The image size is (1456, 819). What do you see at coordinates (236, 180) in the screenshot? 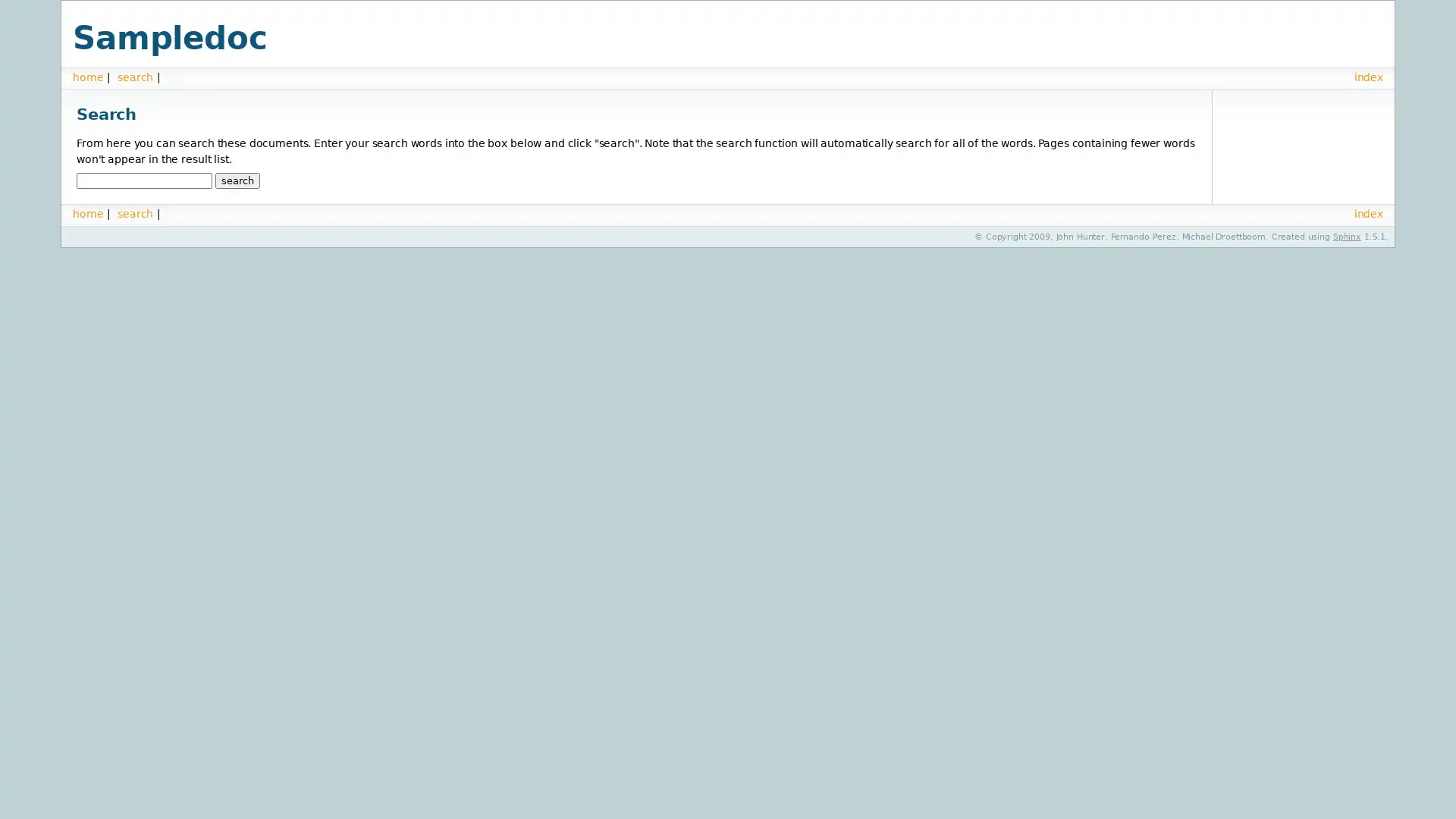
I see `search` at bounding box center [236, 180].